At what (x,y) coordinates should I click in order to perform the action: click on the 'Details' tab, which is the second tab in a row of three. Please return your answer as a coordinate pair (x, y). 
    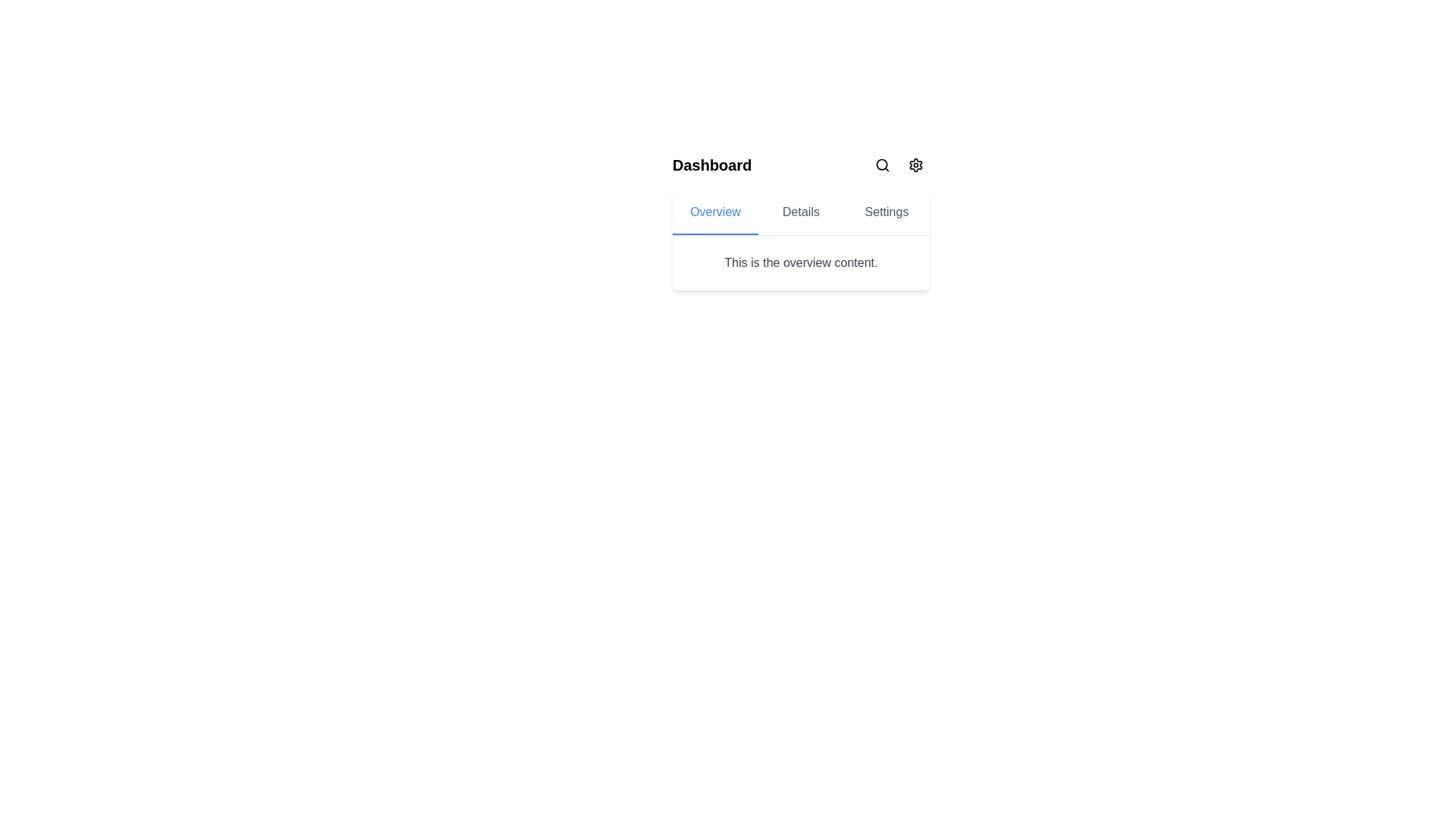
    Looking at the image, I should click on (800, 213).